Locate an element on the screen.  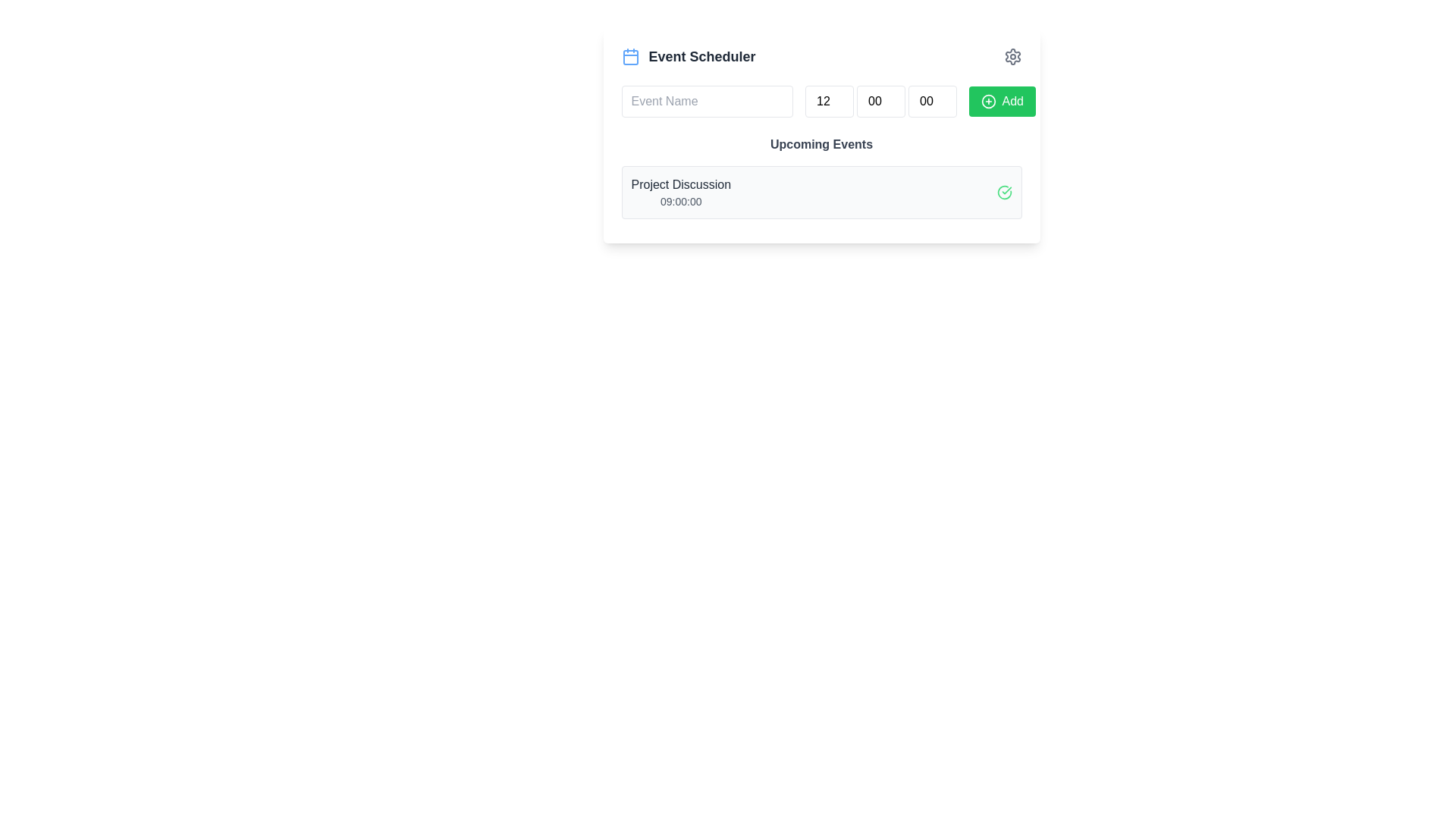
the numeric input box used for inputting or displaying the seconds component of a time value is located at coordinates (931, 102).